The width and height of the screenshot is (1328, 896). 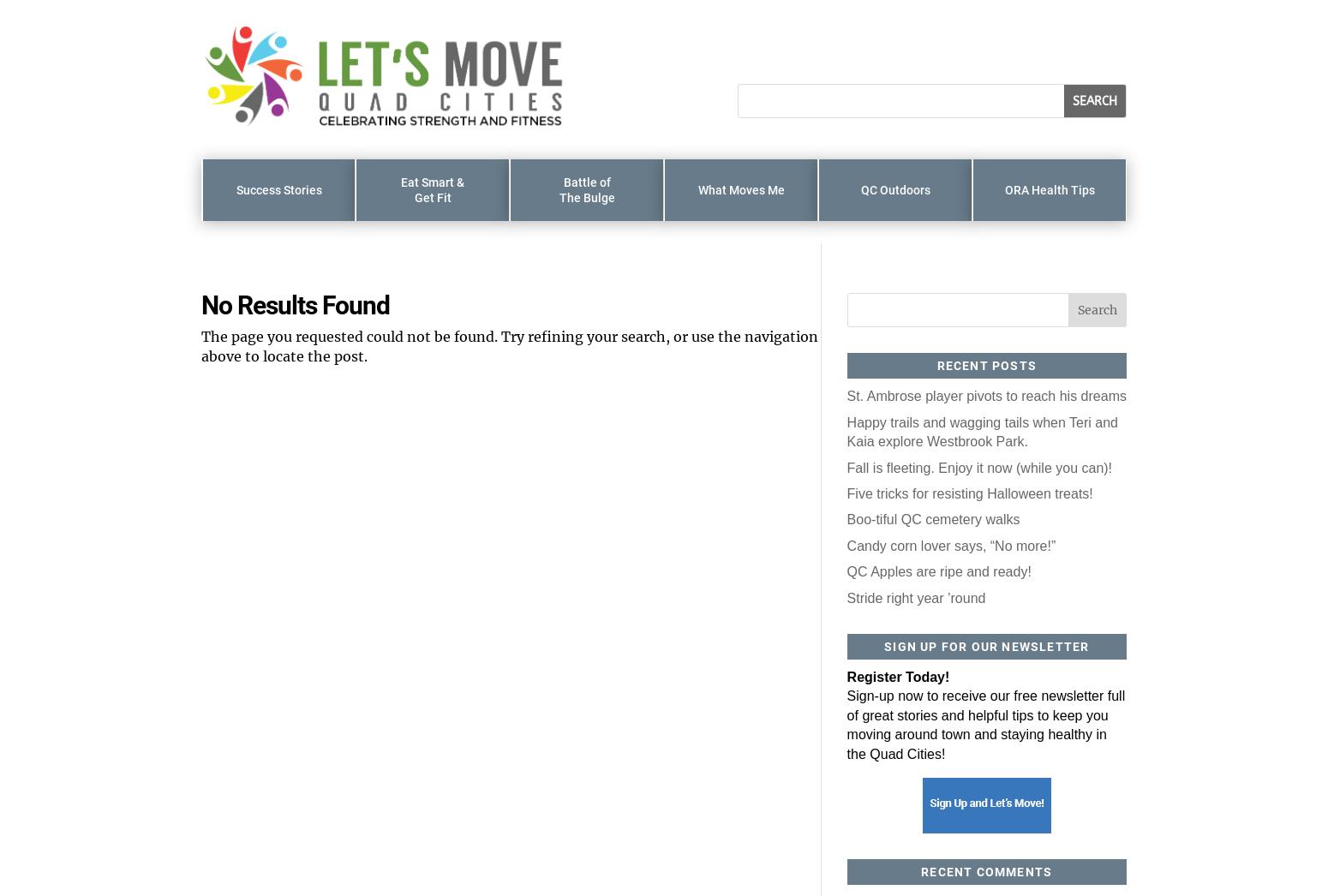 What do you see at coordinates (278, 188) in the screenshot?
I see `'Success Stories'` at bounding box center [278, 188].